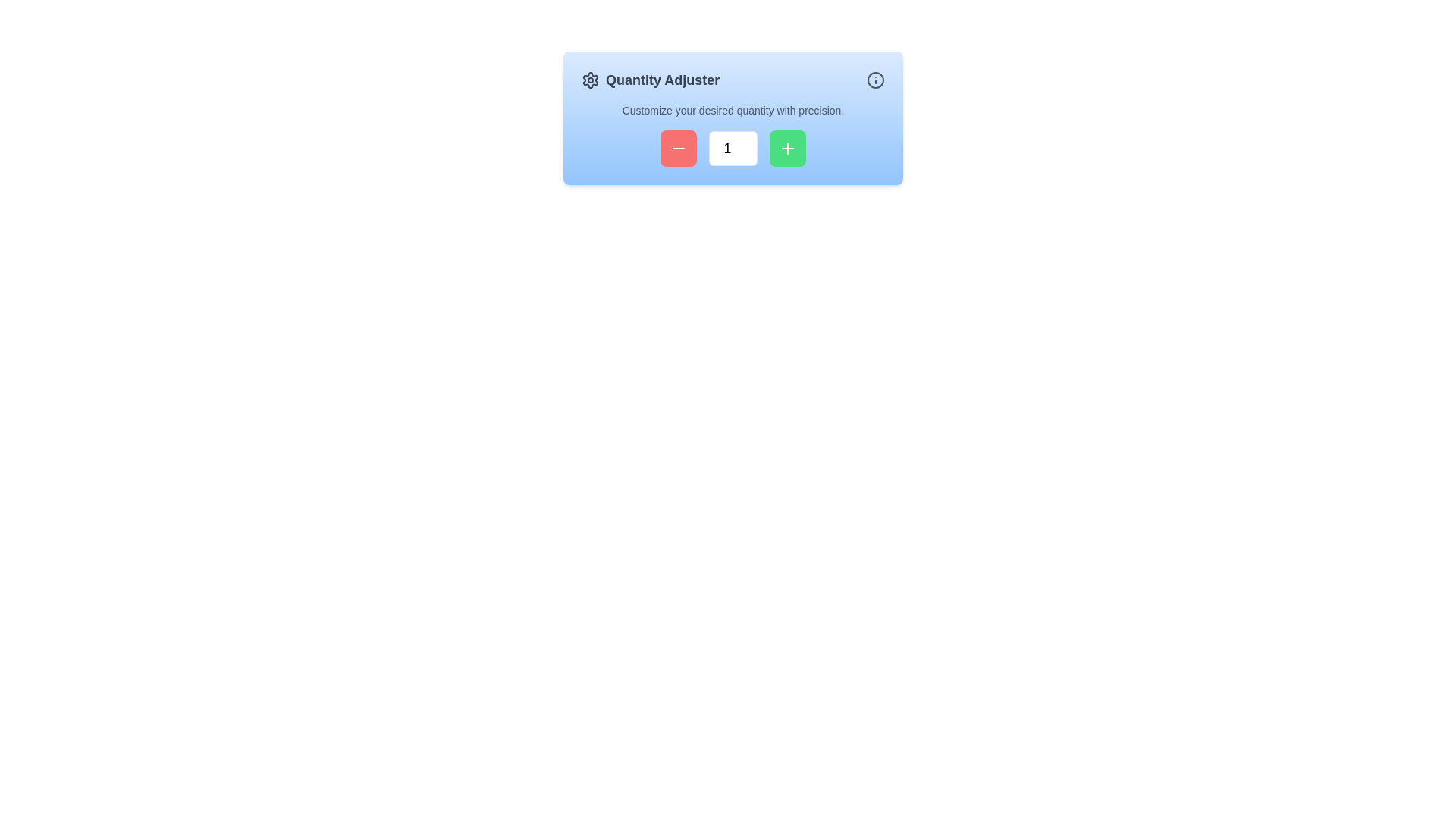  What do you see at coordinates (651, 80) in the screenshot?
I see `the text label indicating the functionality of the panel related to adjusting or setting quantities, which is positioned at the top-left section of the blue panel` at bounding box center [651, 80].